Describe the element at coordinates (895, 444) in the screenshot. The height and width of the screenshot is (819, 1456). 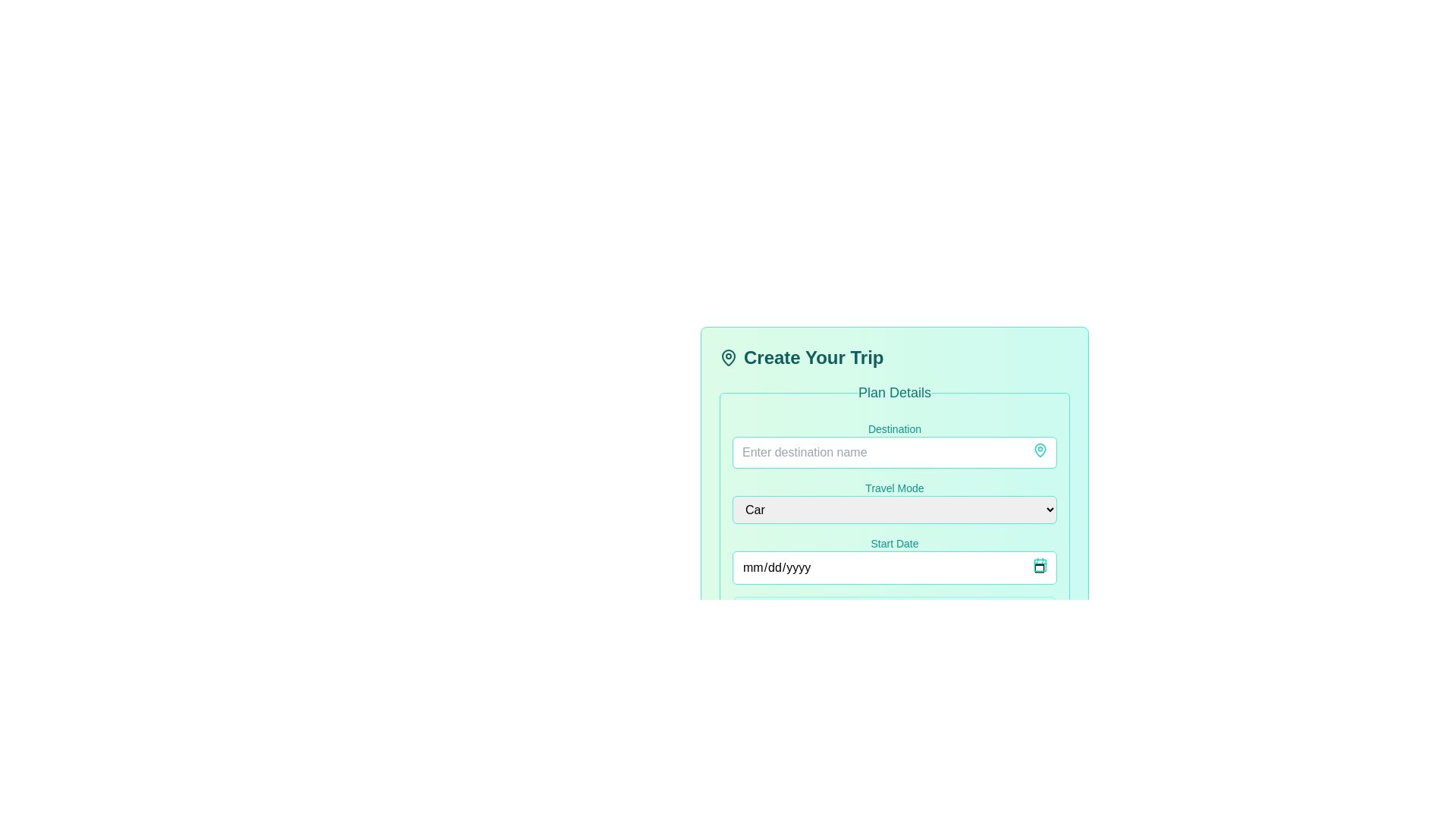
I see `the destination input field located at the top of the 'Plan Details' section by pressing the tab key` at that location.